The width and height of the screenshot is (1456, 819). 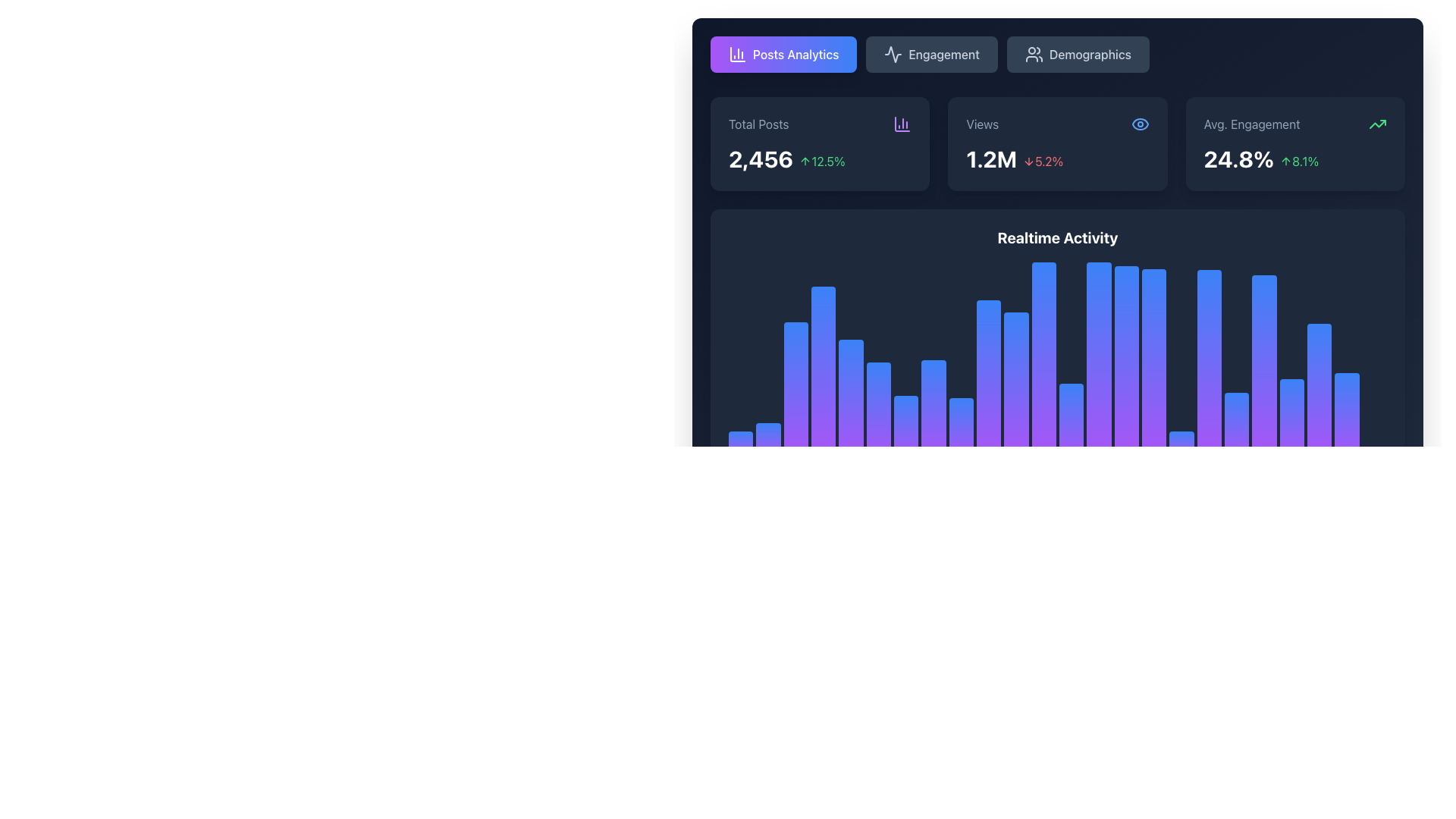 What do you see at coordinates (758, 124) in the screenshot?
I see `the Text label that provides context for the numeric value displayed below it, which is located above the number '2,456' and to the left of a column chart icon` at bounding box center [758, 124].